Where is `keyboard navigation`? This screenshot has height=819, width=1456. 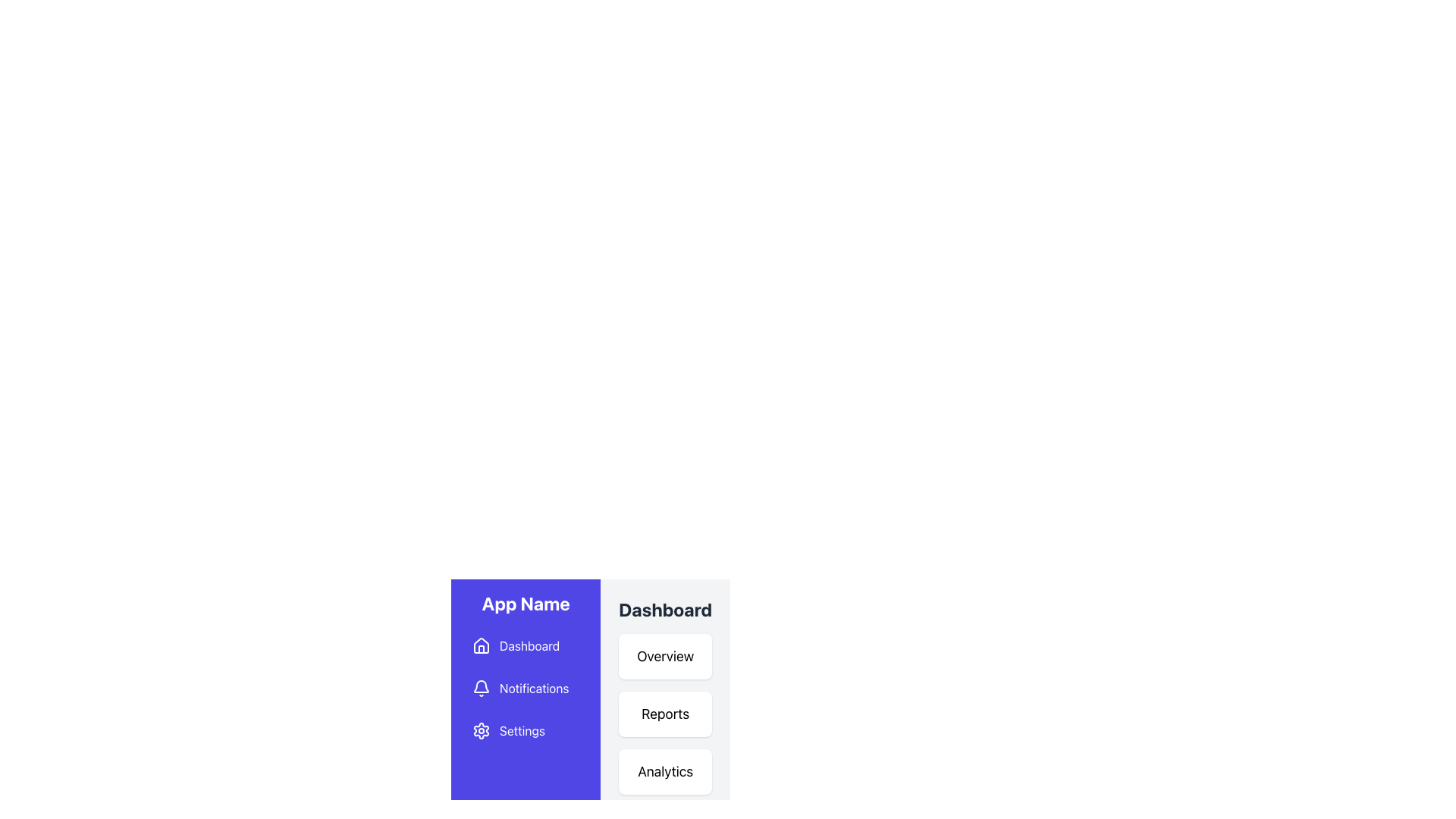
keyboard navigation is located at coordinates (480, 730).